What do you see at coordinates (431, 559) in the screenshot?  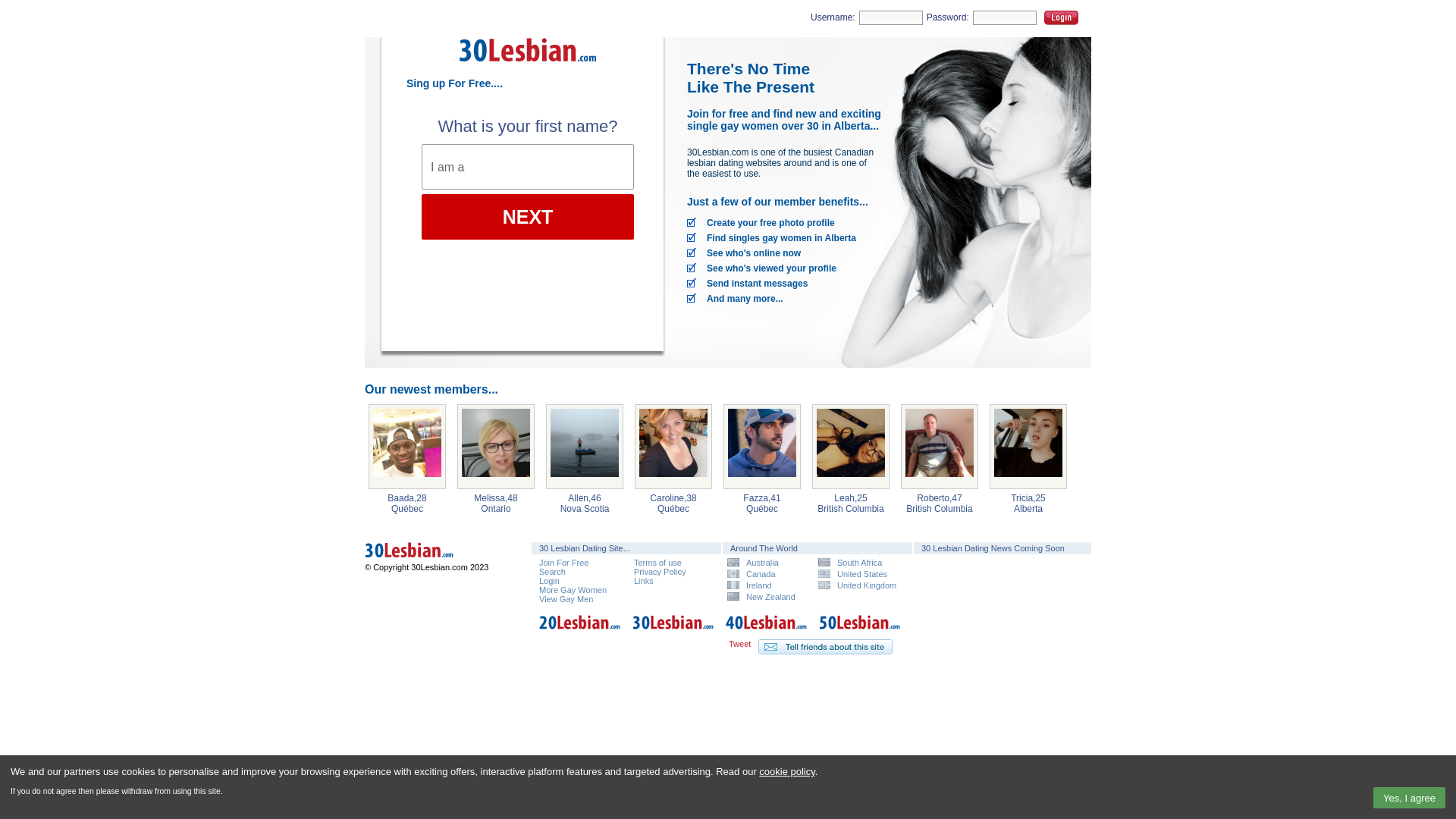 I see `'30 Lesbian Dating Canada'` at bounding box center [431, 559].